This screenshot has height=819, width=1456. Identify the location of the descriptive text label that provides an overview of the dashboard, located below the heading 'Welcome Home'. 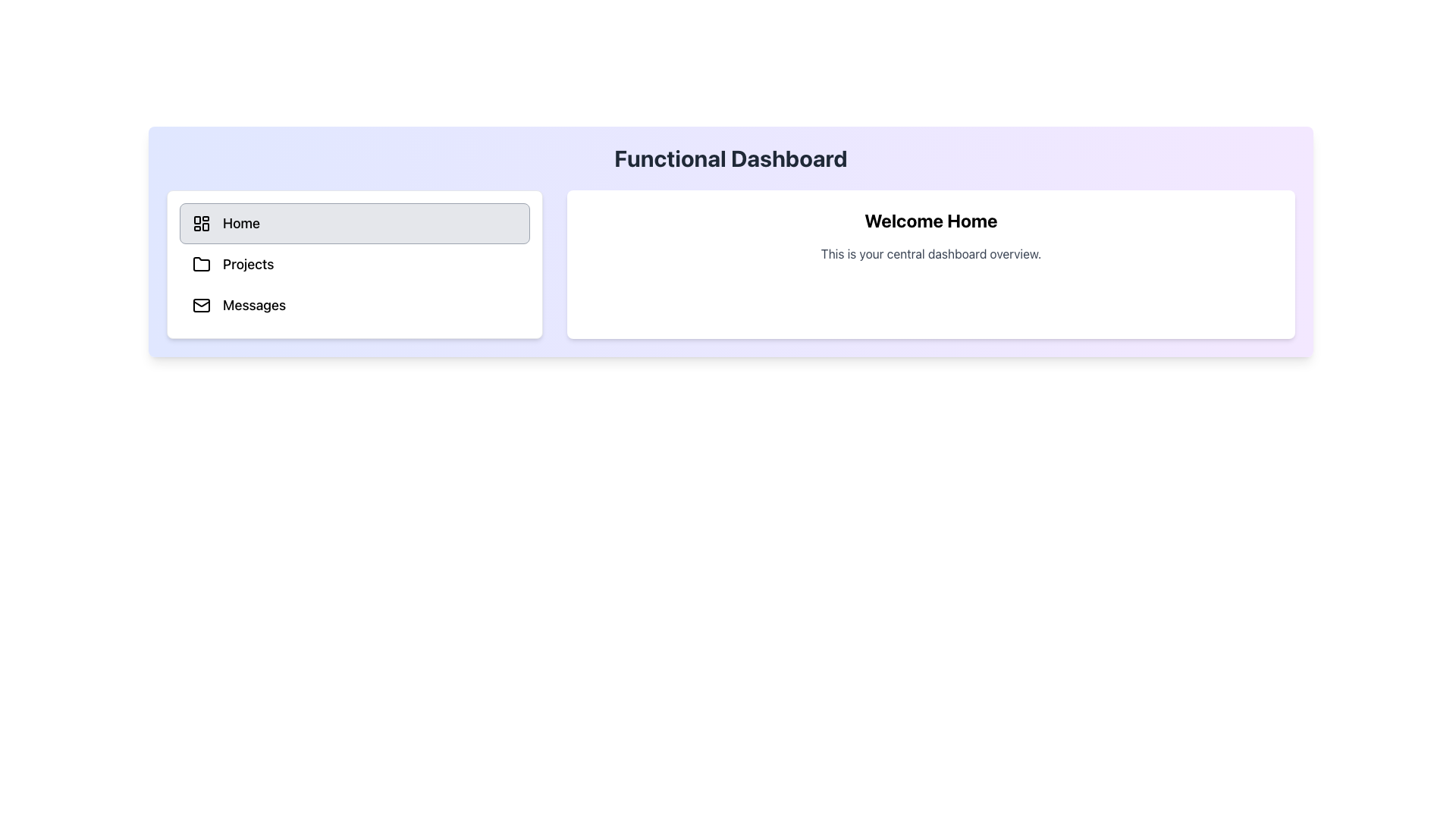
(930, 253).